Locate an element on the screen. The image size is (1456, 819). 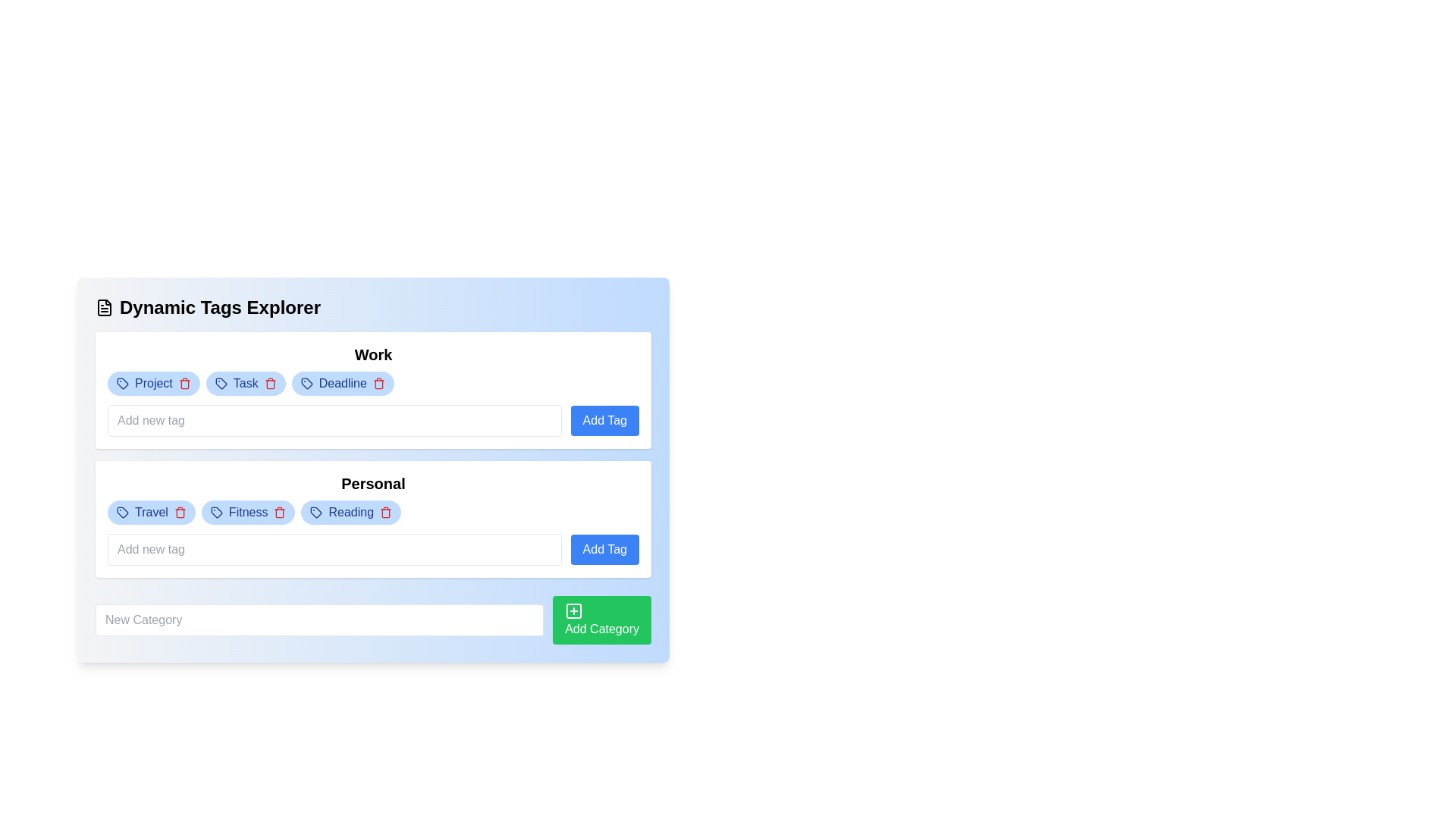
the 'Project' badge located in the top-left corner of the 'Work' section under the title 'Dynamic Tags Explorer', which serves as a visual tag or badge is located at coordinates (153, 382).